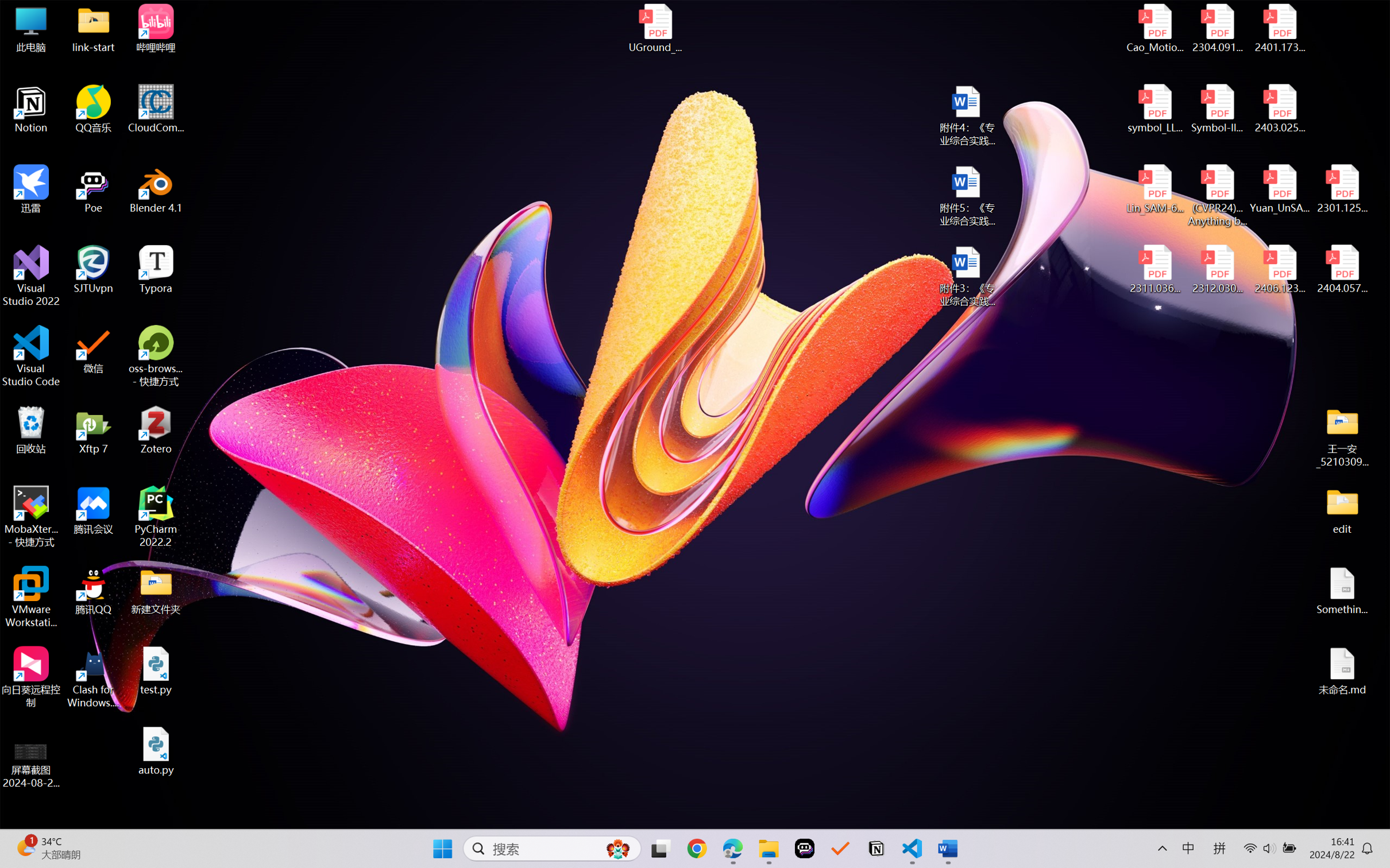  Describe the element at coordinates (94, 429) in the screenshot. I see `'Xftp 7'` at that location.